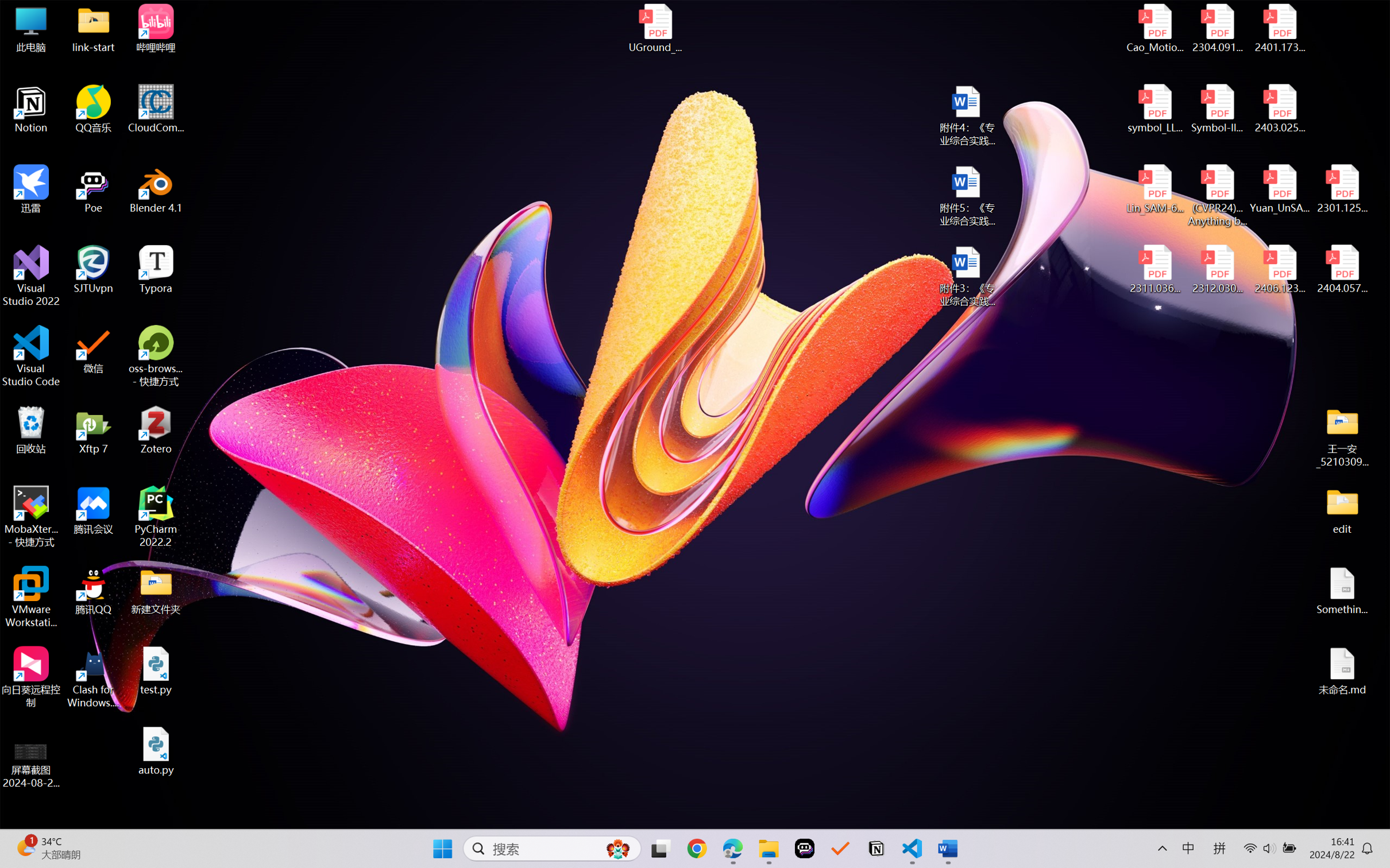  Describe the element at coordinates (94, 429) in the screenshot. I see `'Xftp 7'` at that location.